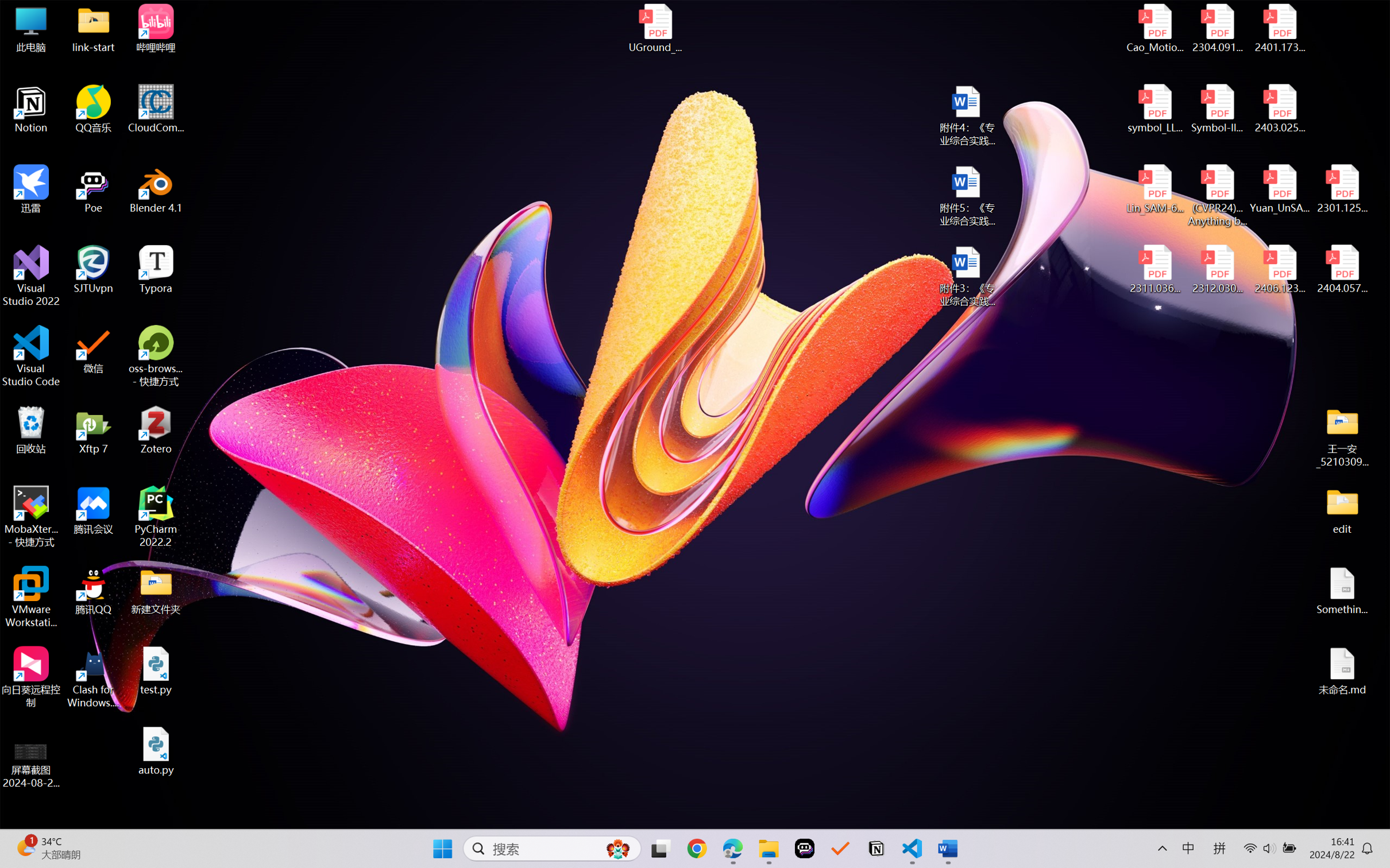  Describe the element at coordinates (94, 429) in the screenshot. I see `'Xftp 7'` at that location.